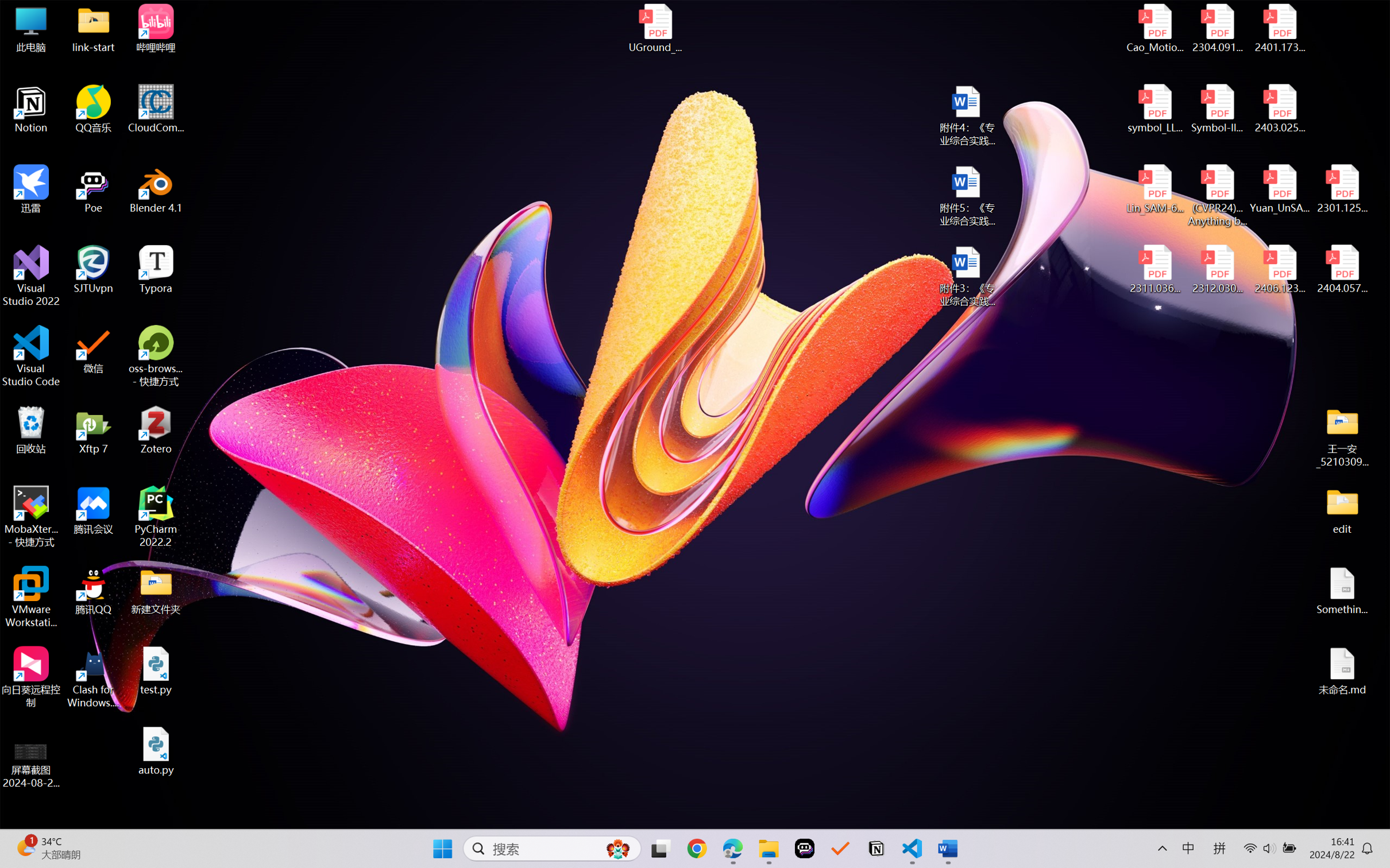  Describe the element at coordinates (94, 429) in the screenshot. I see `'Xftp 7'` at that location.